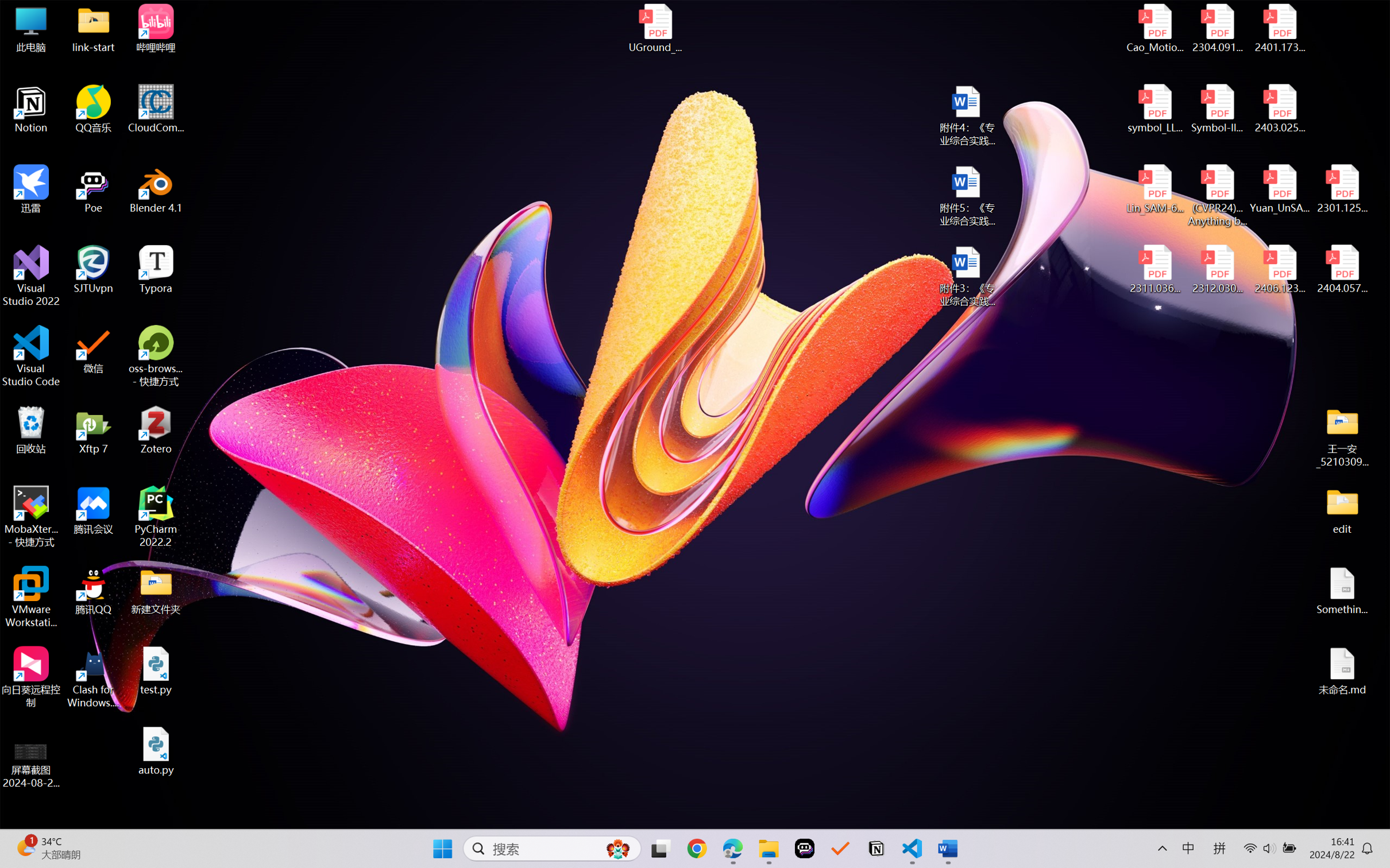  Describe the element at coordinates (94, 429) in the screenshot. I see `'Xftp 7'` at that location.